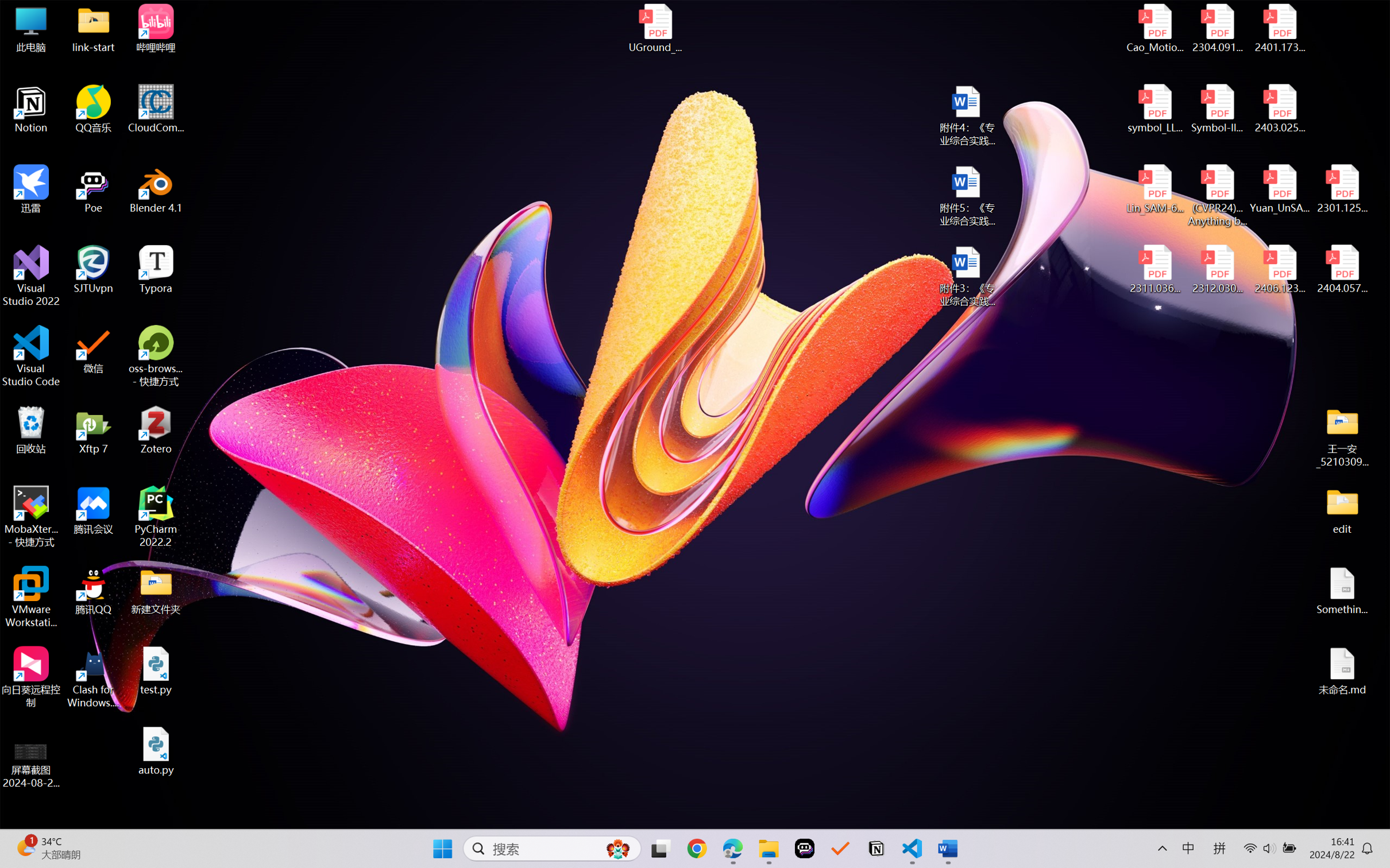  Describe the element at coordinates (94, 429) in the screenshot. I see `'Xftp 7'` at that location.